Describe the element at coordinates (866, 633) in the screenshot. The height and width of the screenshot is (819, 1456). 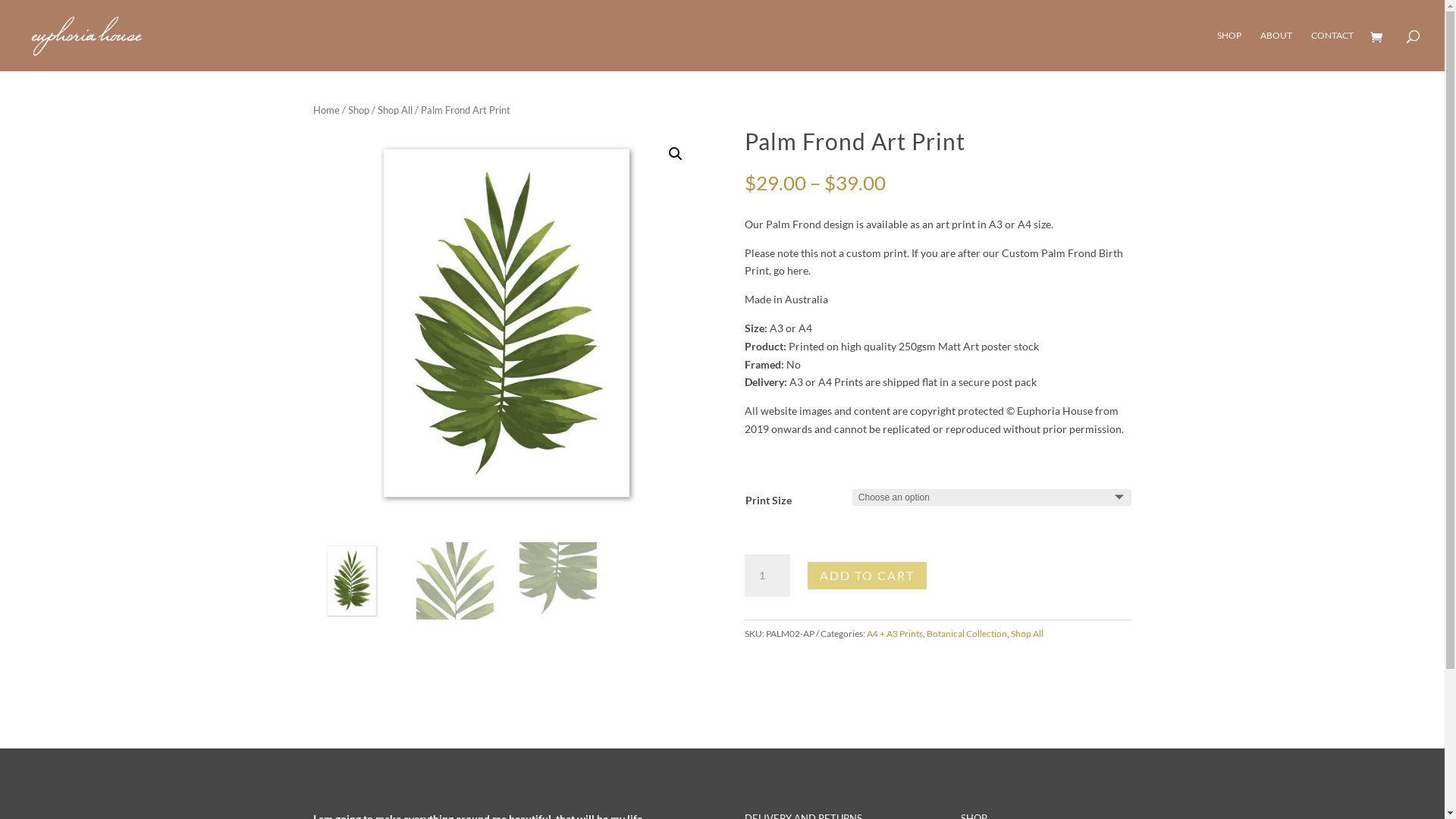
I see `'A4 + A3 Prints'` at that location.